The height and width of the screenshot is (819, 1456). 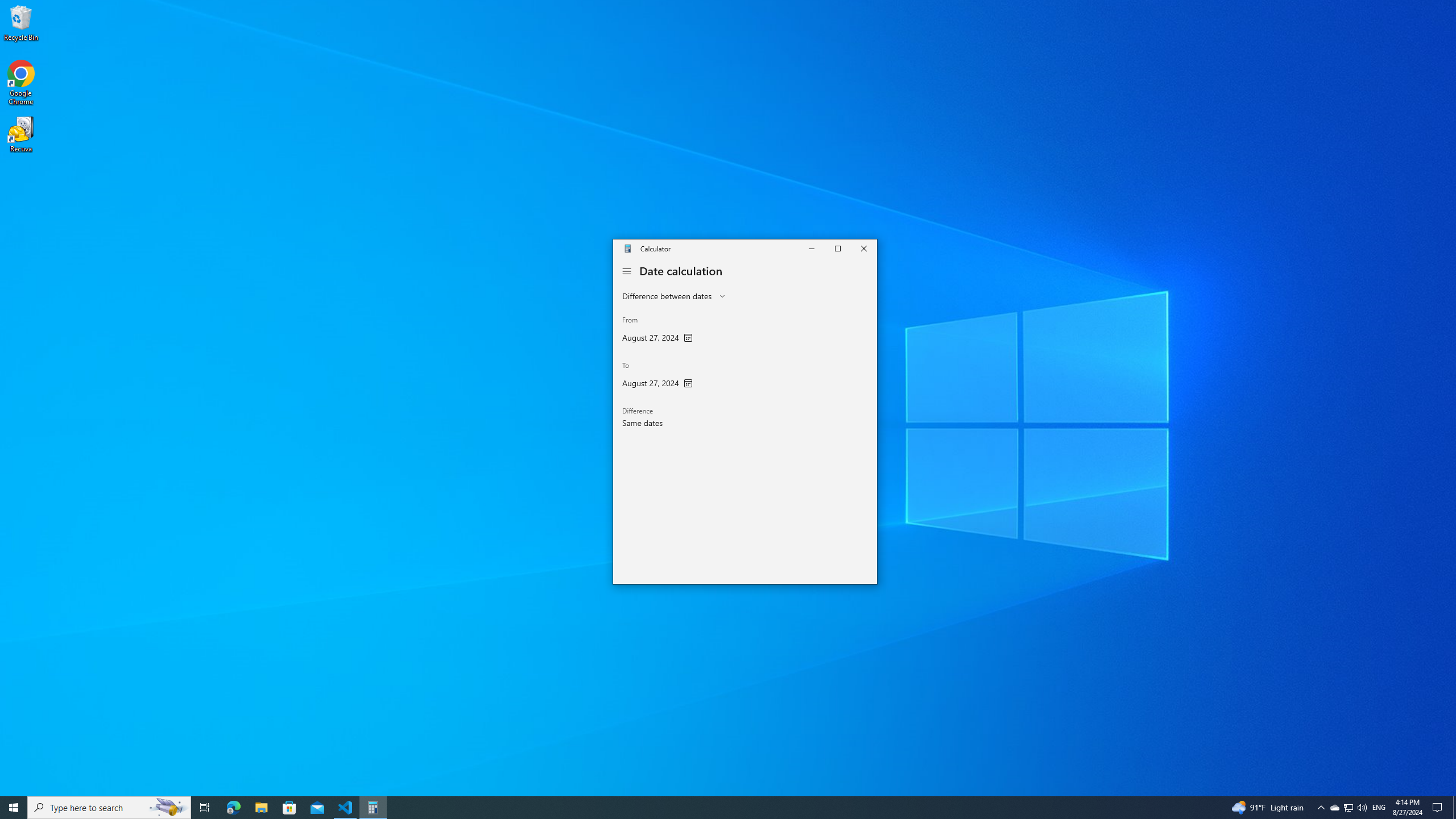 I want to click on 'Running applications', so click(x=706, y=806).